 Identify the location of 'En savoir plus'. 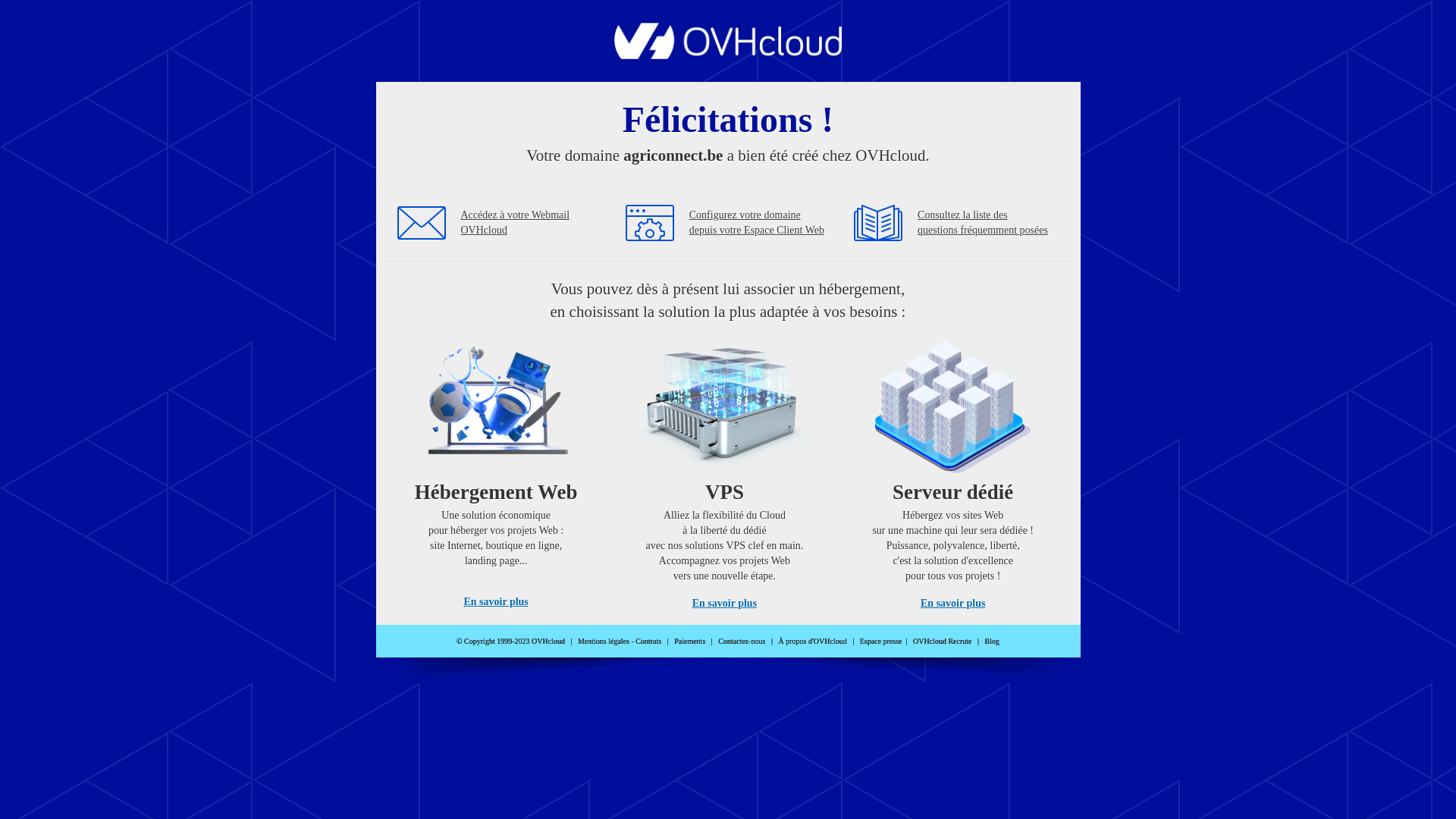
(723, 602).